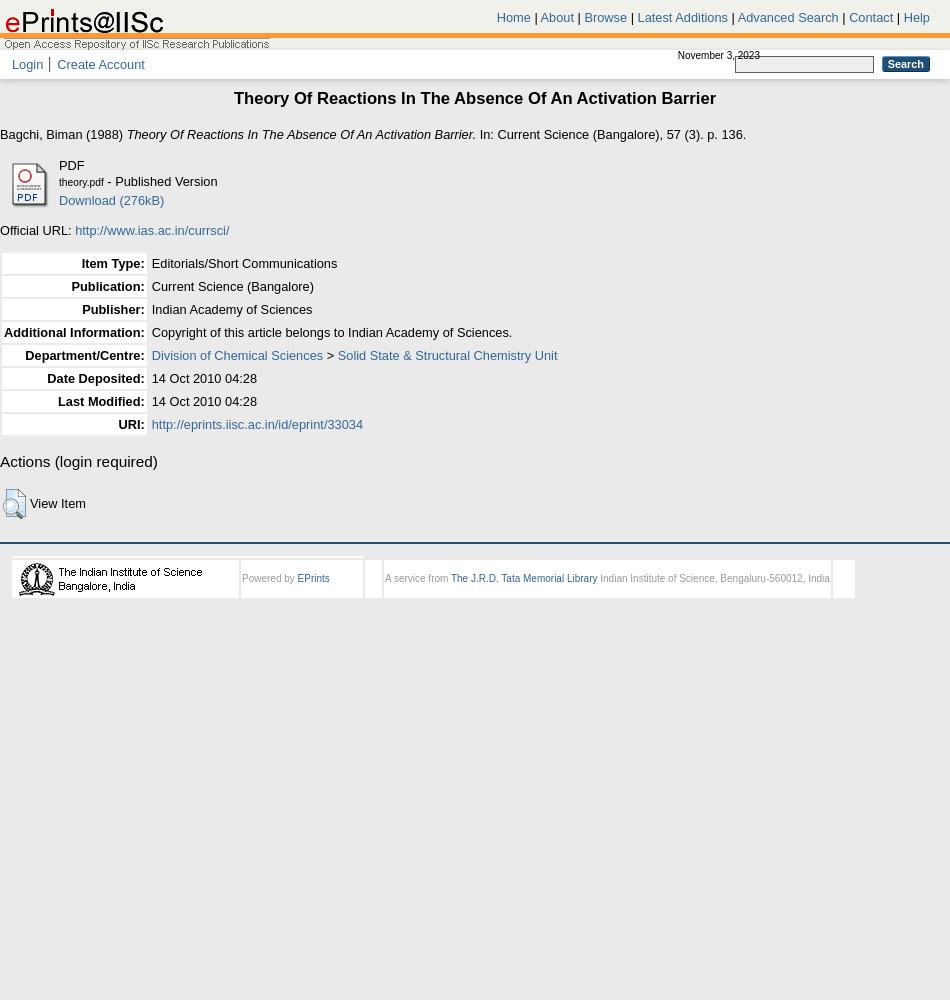 This screenshot has width=950, height=1000. I want to click on 'Bagchi, Biman', so click(41, 133).